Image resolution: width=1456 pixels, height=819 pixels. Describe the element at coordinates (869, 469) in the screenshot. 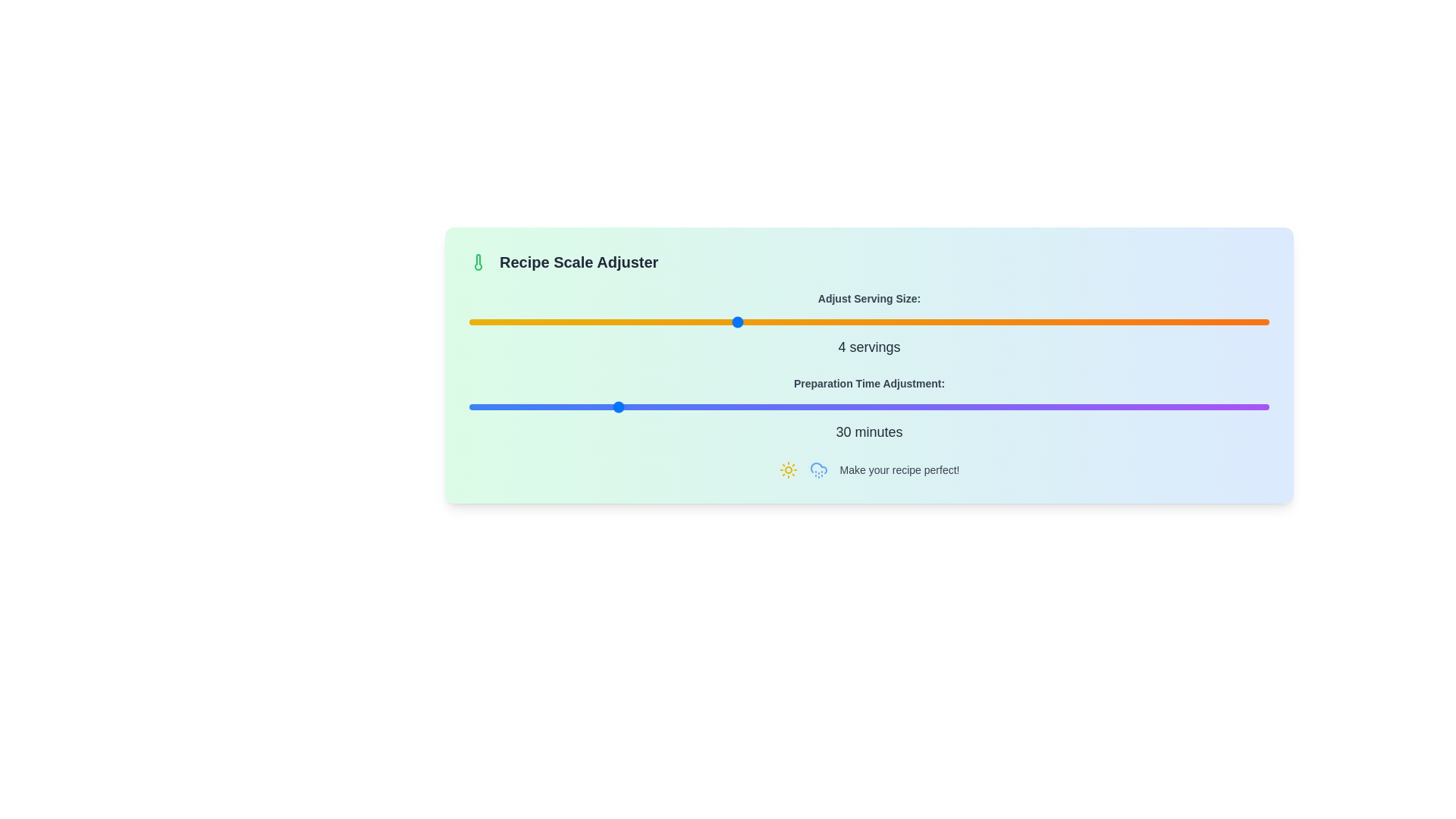

I see `the text label displaying 'Make your recipe perfect!' which is located at the bottom of the 'Recipe Scale Adjuster' section, flanked by sun and cloud drizzle icons` at that location.